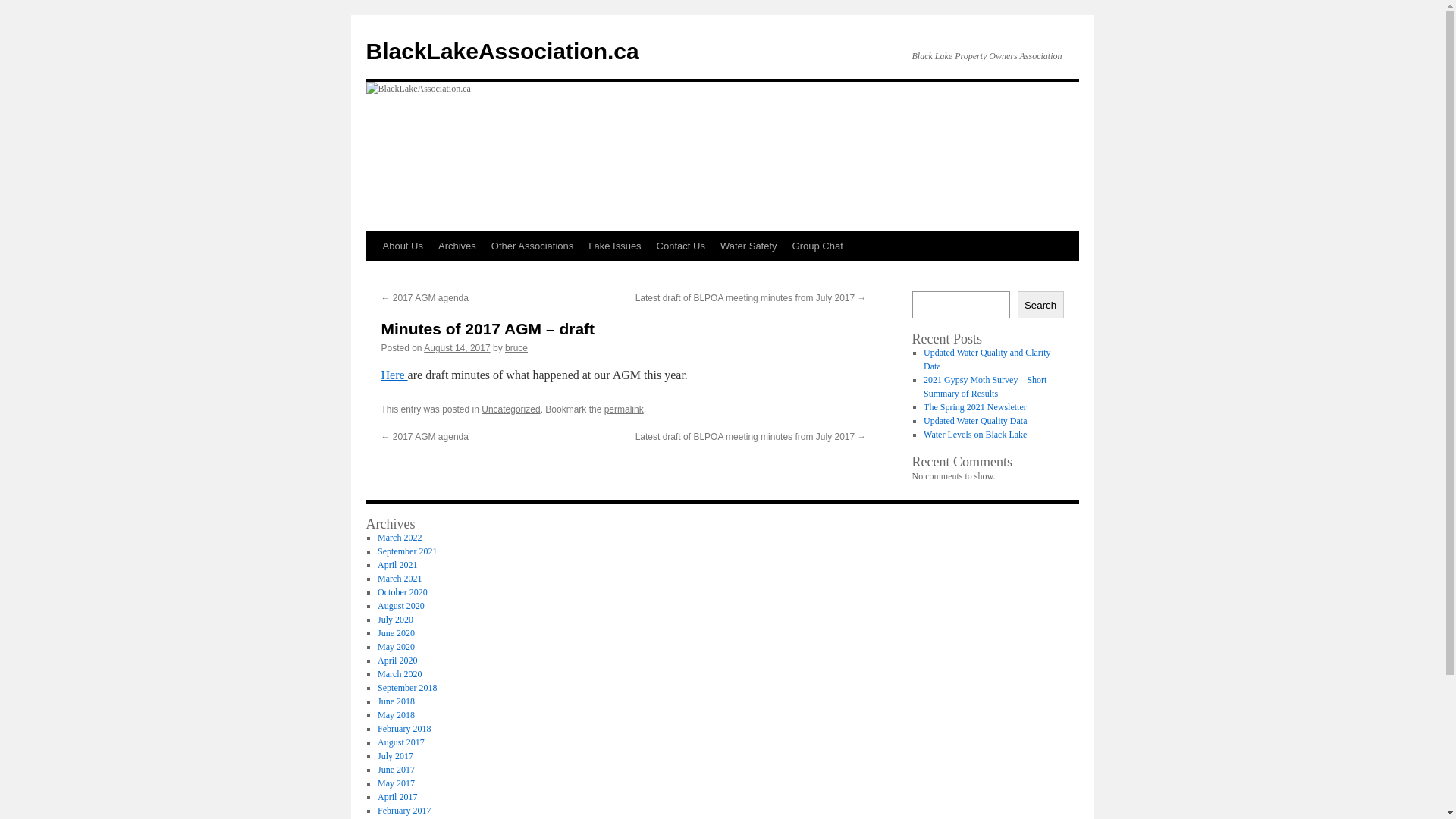 Image resolution: width=1456 pixels, height=819 pixels. I want to click on 'Skip to content', so click(372, 275).